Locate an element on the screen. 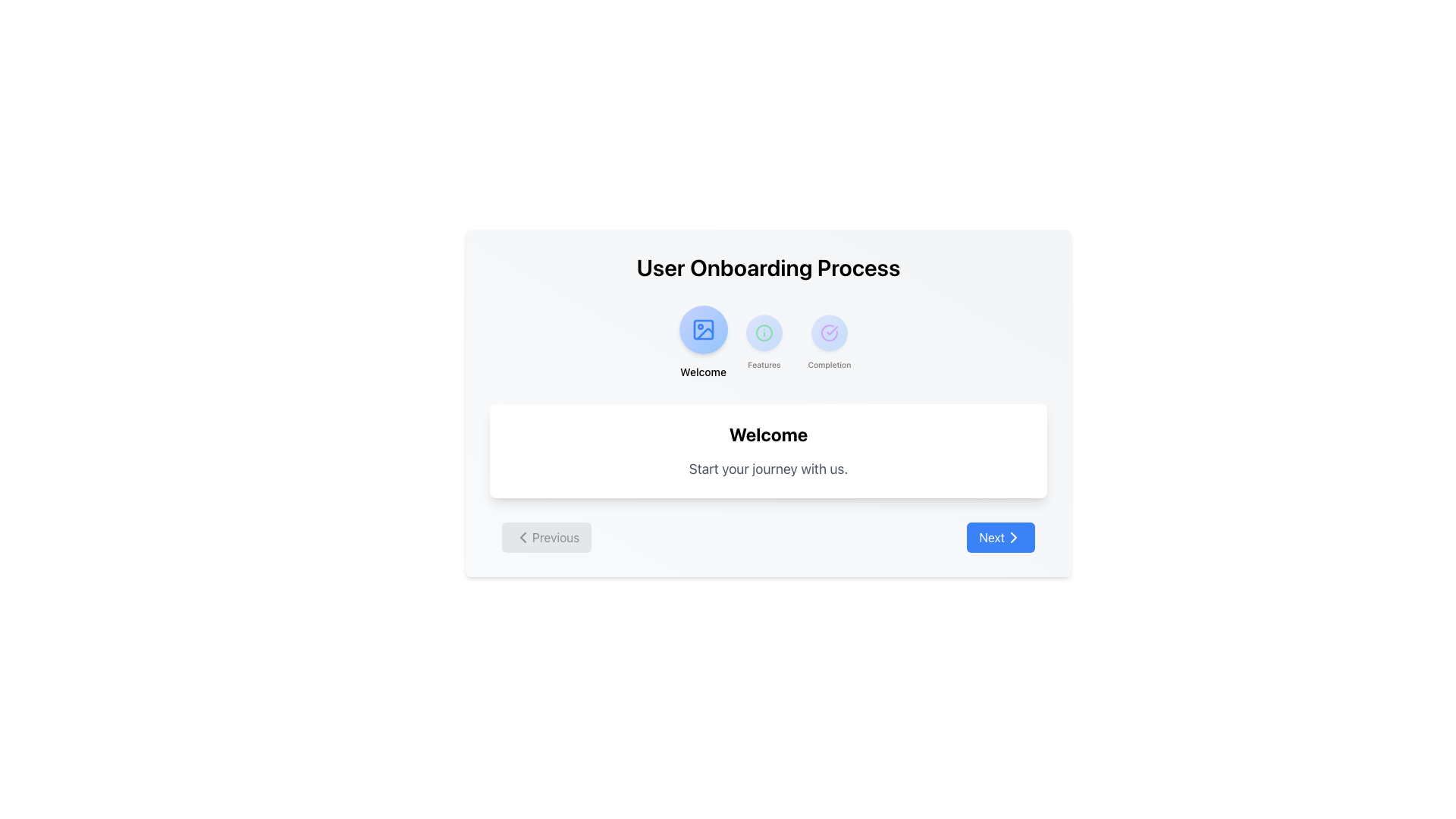  the SVG icon that visually indicates navigation to the previous step, located to the left of the 'Previous' button at the bottom left of the viewport is located at coordinates (523, 537).